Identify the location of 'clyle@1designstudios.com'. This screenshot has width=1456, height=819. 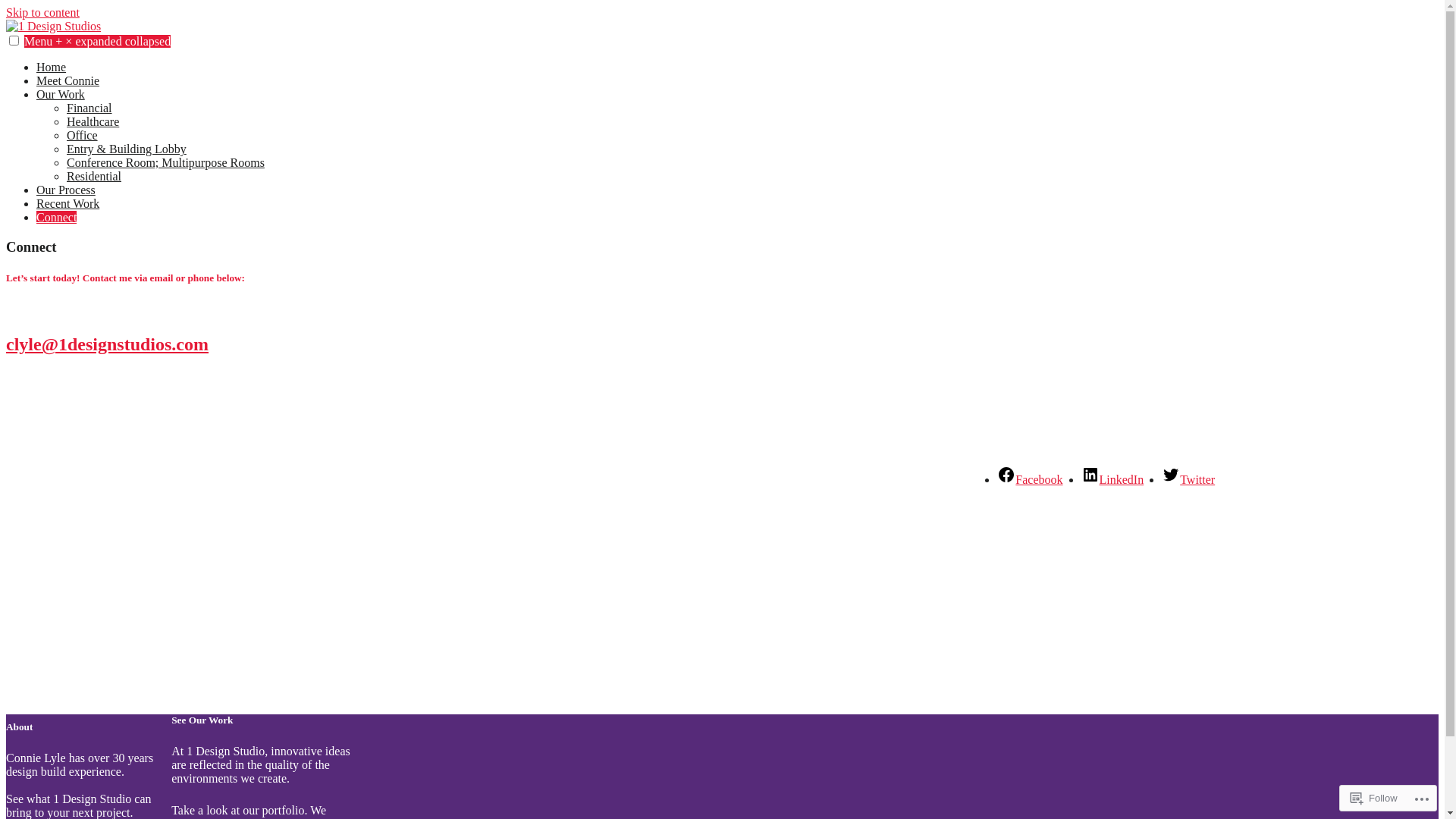
(106, 344).